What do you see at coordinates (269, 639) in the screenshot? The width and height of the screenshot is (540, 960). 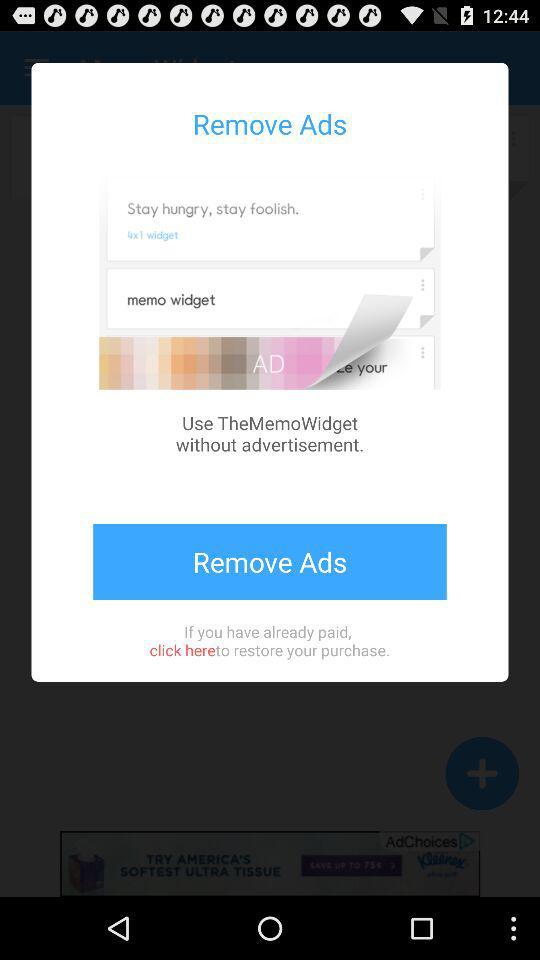 I see `if you have` at bounding box center [269, 639].